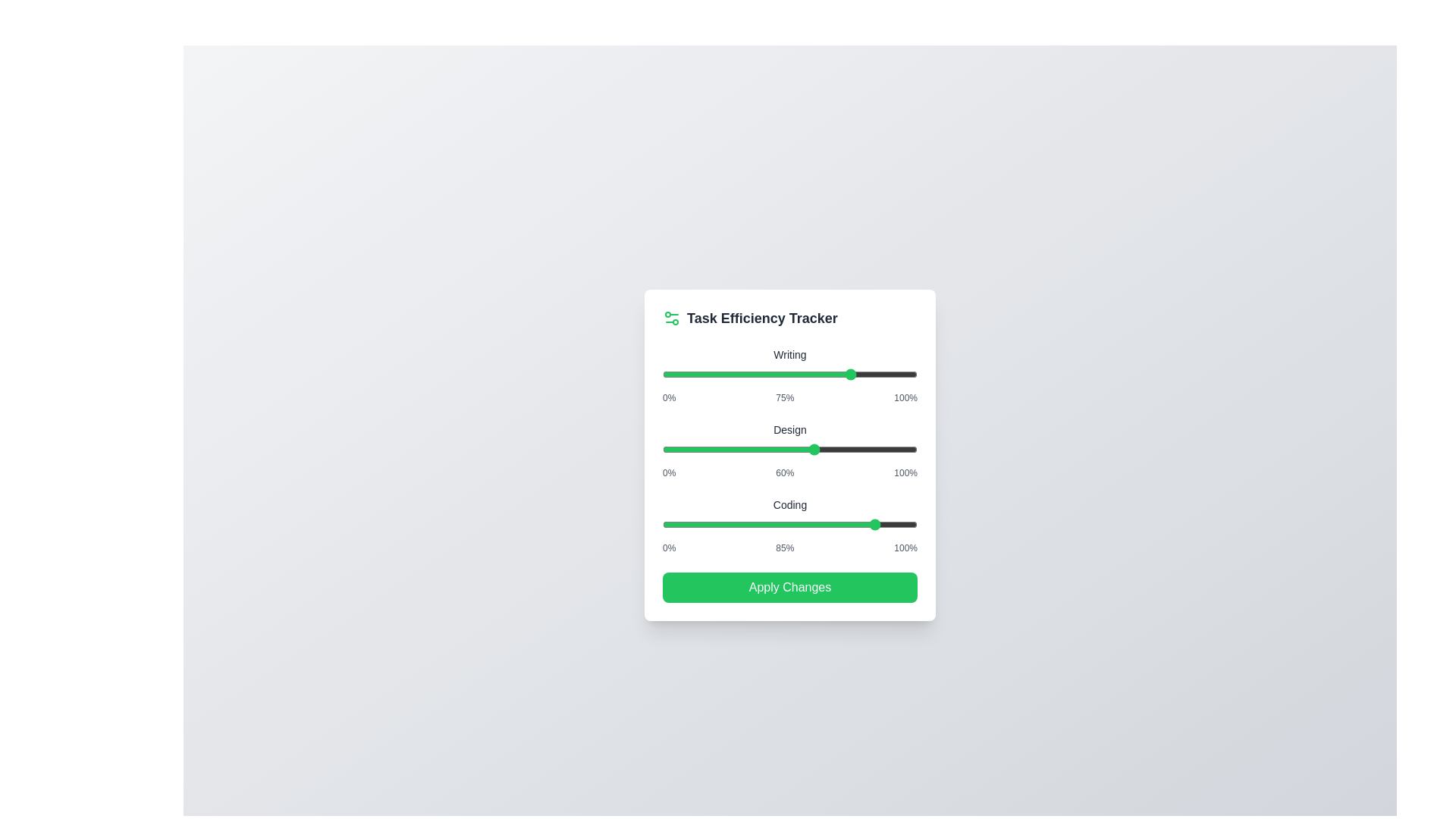  I want to click on the task label Writing to highlight it, so click(789, 354).